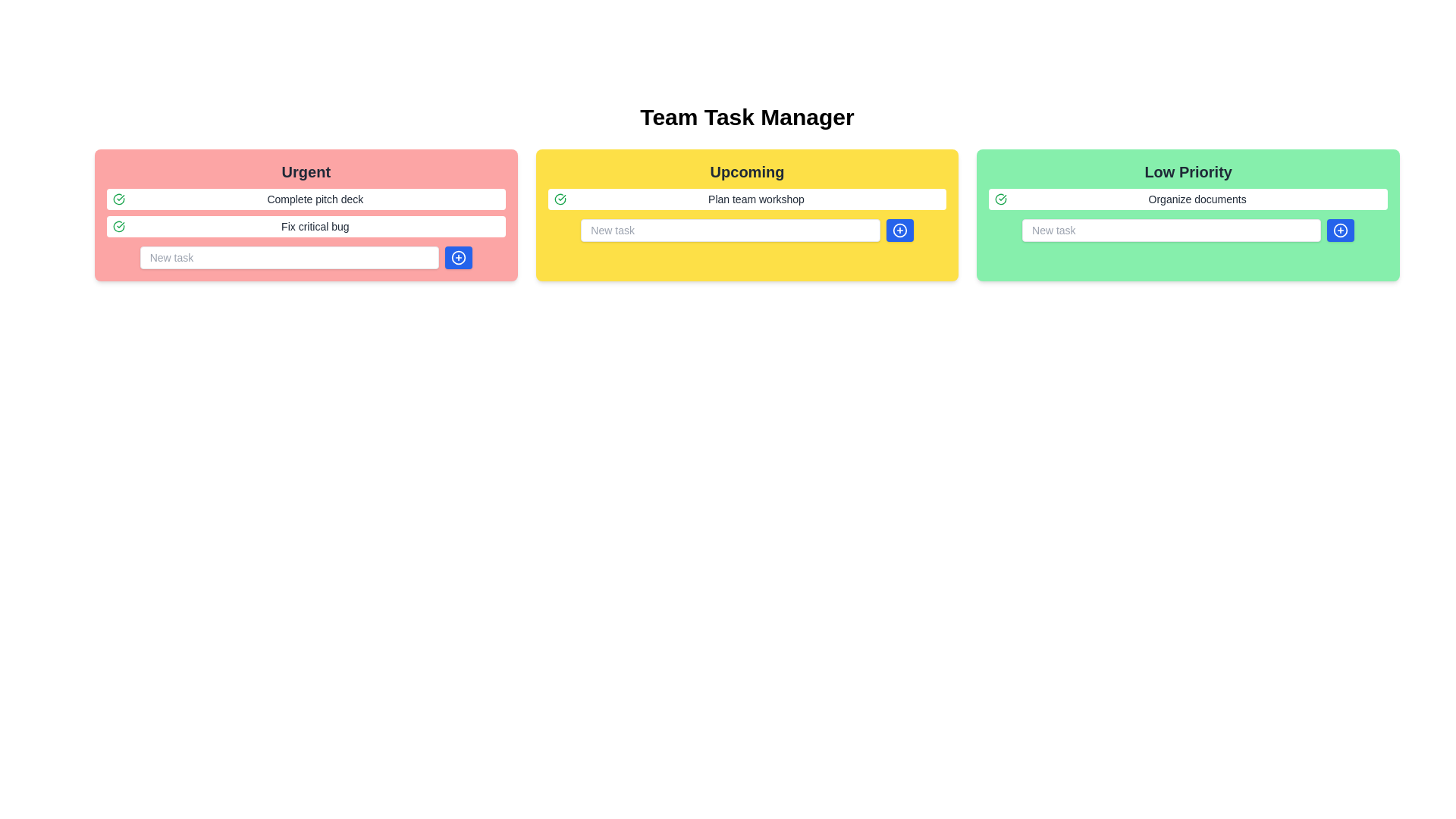 Image resolution: width=1456 pixels, height=819 pixels. I want to click on the list item displaying the text 'Plan team workshop' with a green check icon, so click(747, 198).